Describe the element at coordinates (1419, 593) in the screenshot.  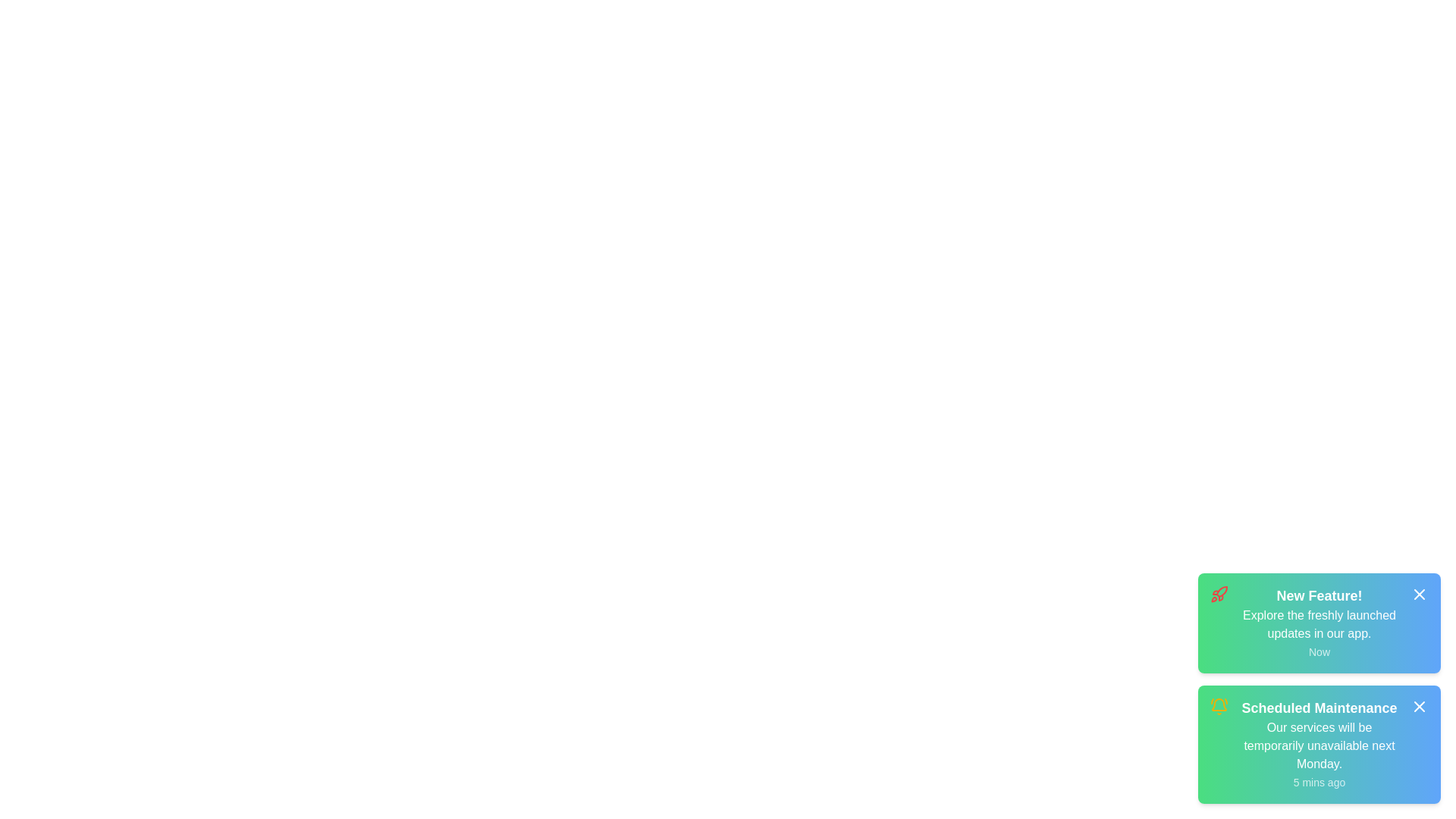
I see `close icon of the notification with title New Feature!` at that location.